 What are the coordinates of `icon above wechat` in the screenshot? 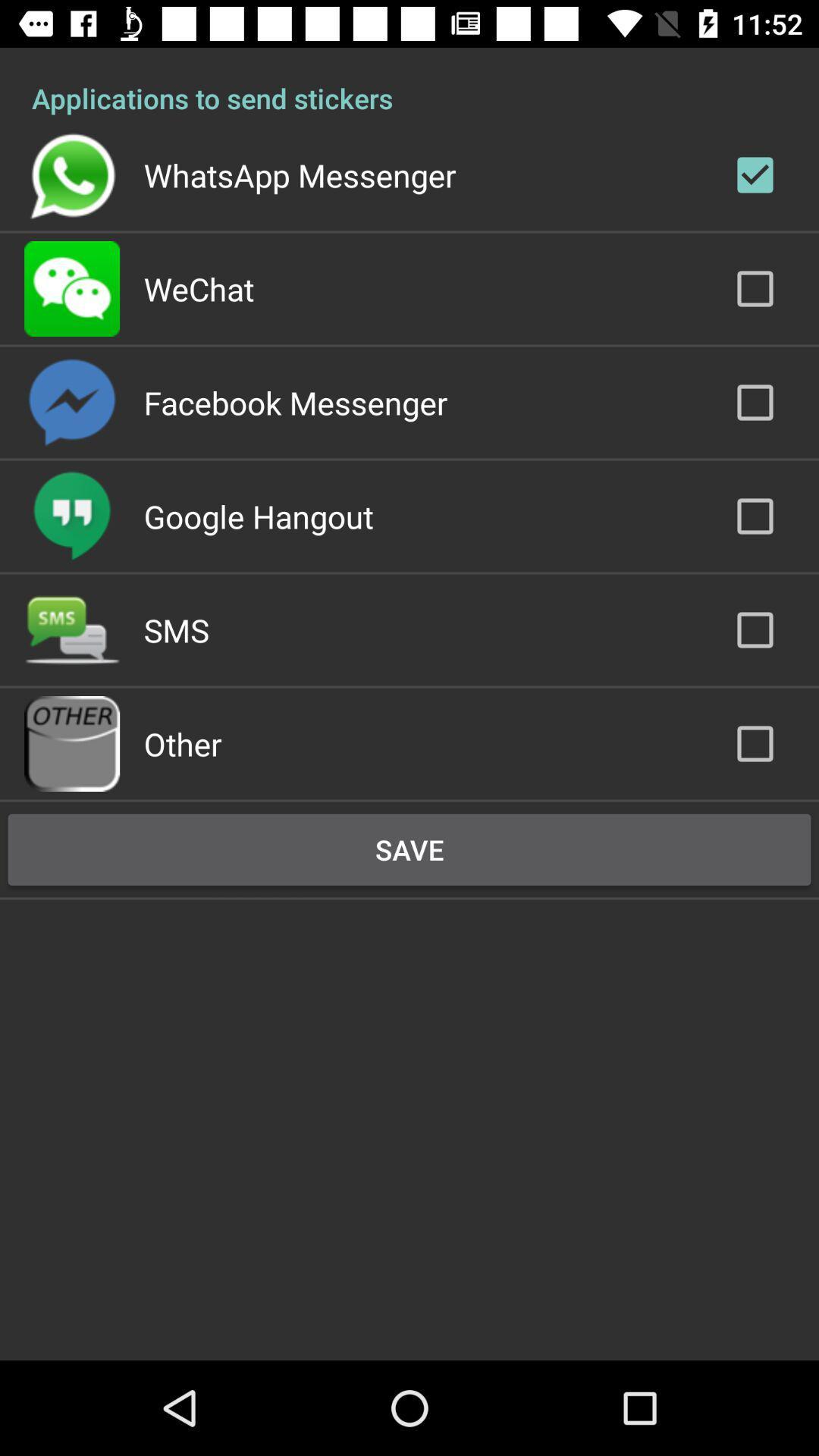 It's located at (300, 174).